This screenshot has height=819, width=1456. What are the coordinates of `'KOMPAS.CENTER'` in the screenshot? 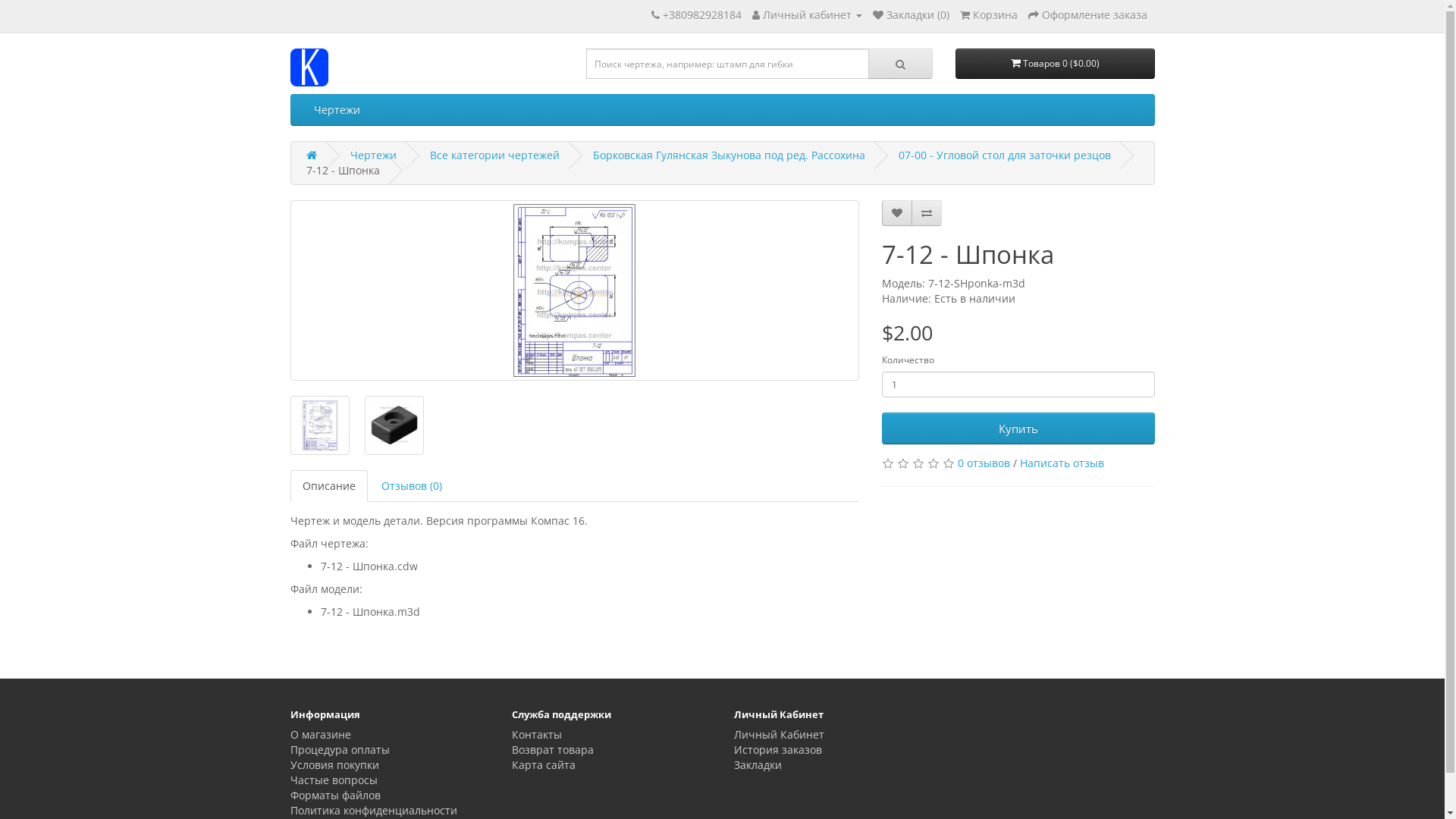 It's located at (290, 66).